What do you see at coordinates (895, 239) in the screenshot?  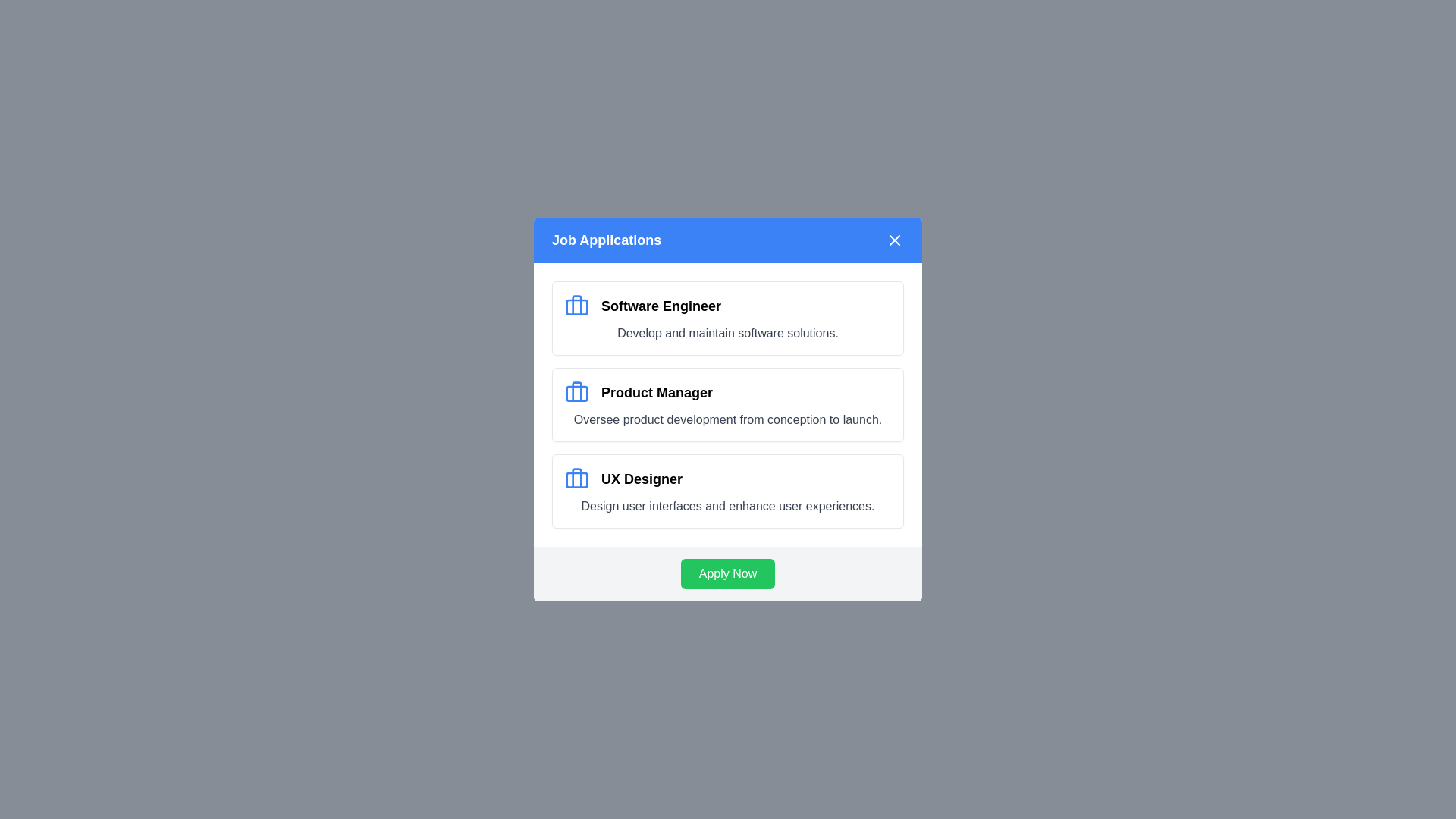 I see `the close button represented by a small 'X' icon on a circular blue background located in the top-right corner of the 'Job Applications' header` at bounding box center [895, 239].